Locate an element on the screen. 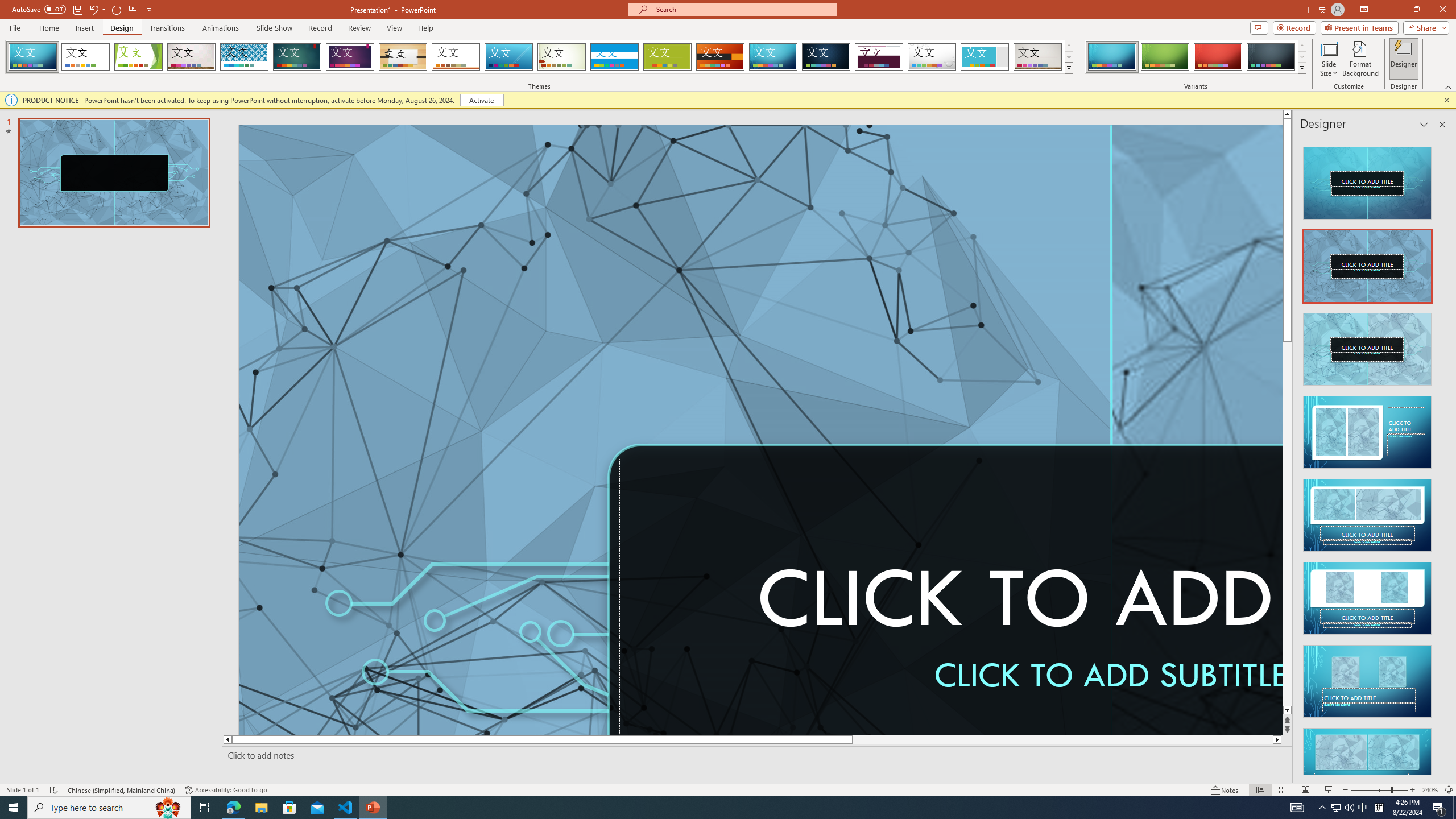 This screenshot has height=819, width=1456. 'Berlin' is located at coordinates (721, 56).